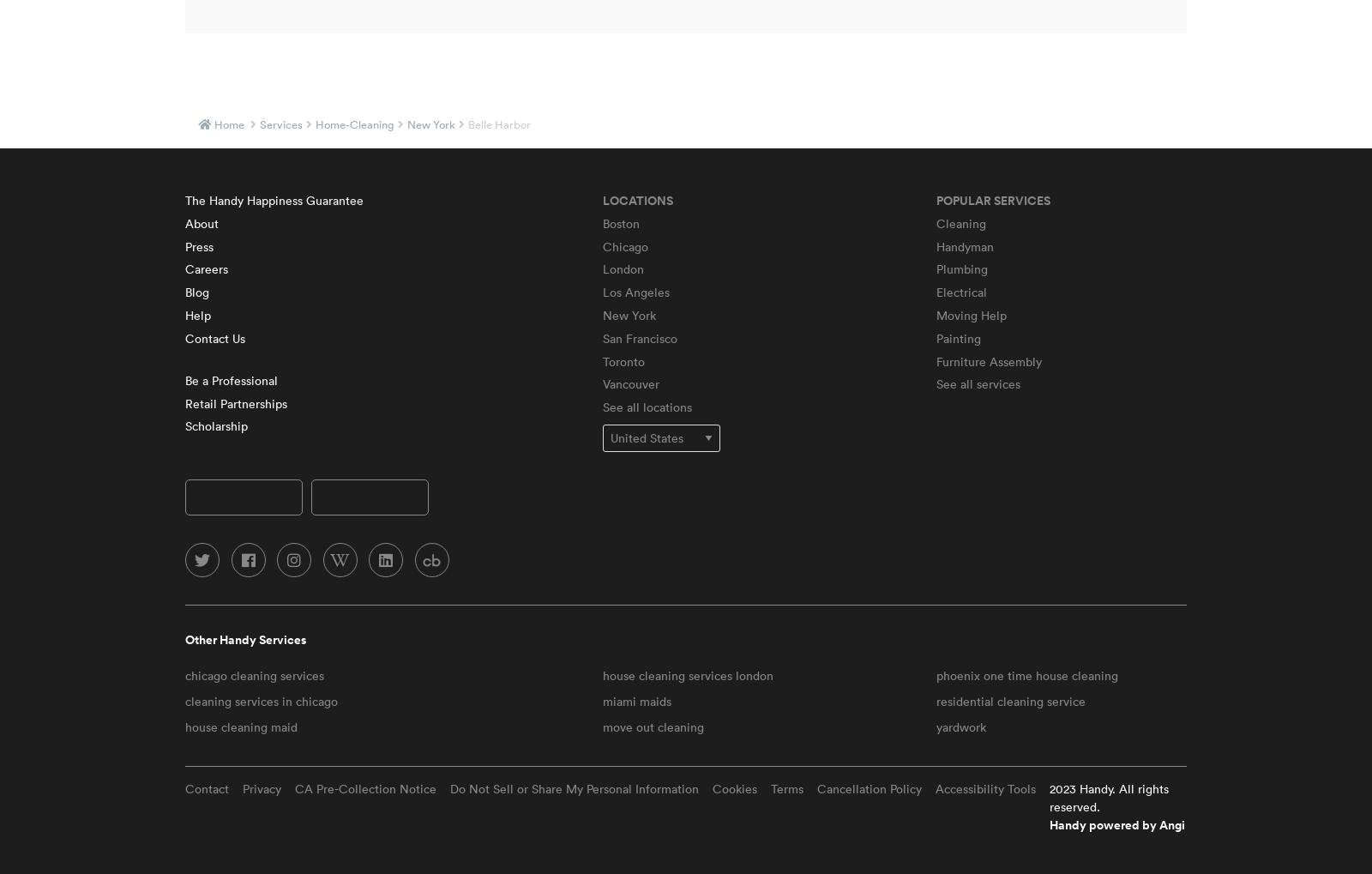 The height and width of the screenshot is (874, 1372). Describe the element at coordinates (229, 124) in the screenshot. I see `'Home'` at that location.